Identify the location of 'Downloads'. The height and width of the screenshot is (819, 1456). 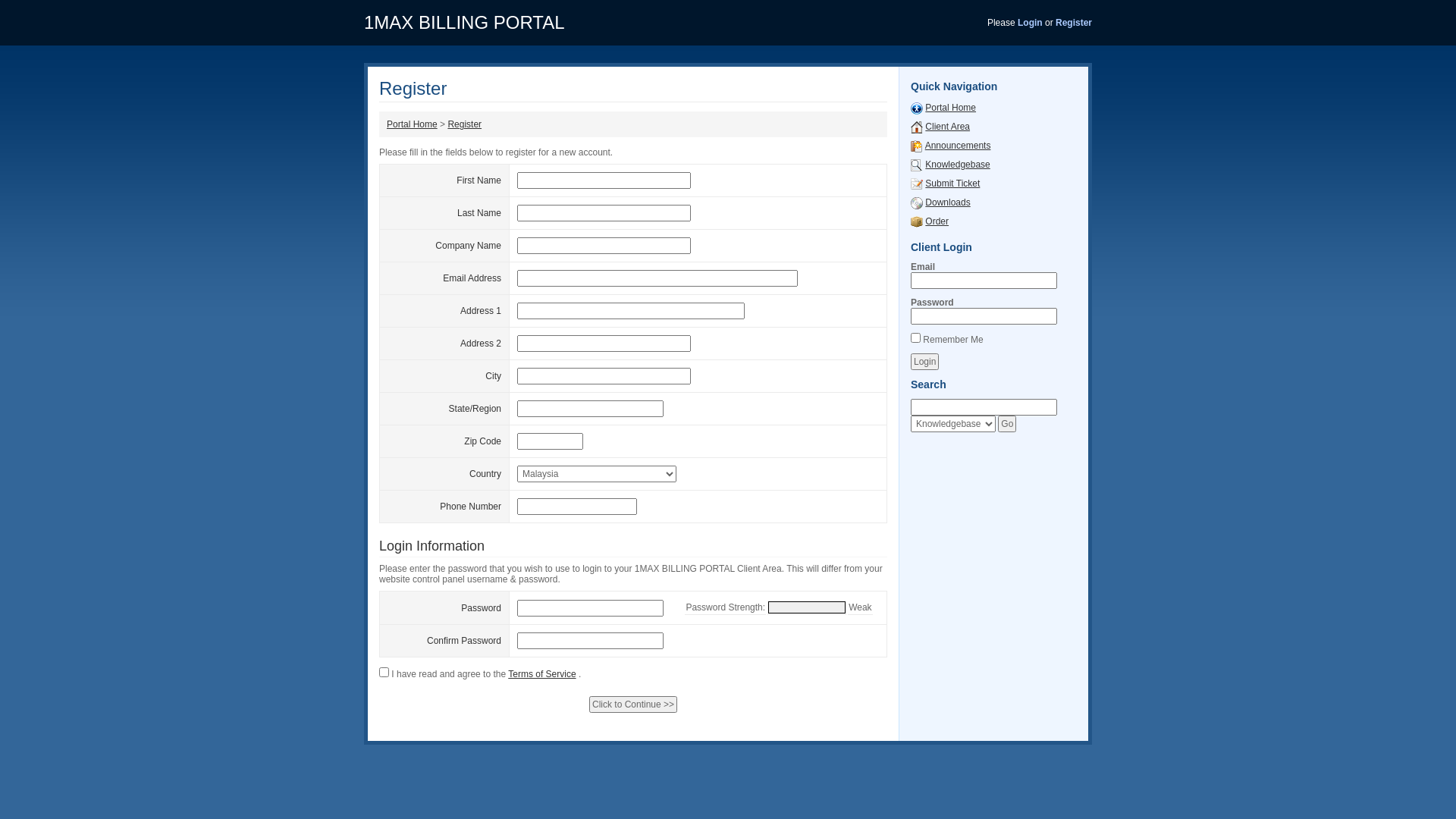
(924, 201).